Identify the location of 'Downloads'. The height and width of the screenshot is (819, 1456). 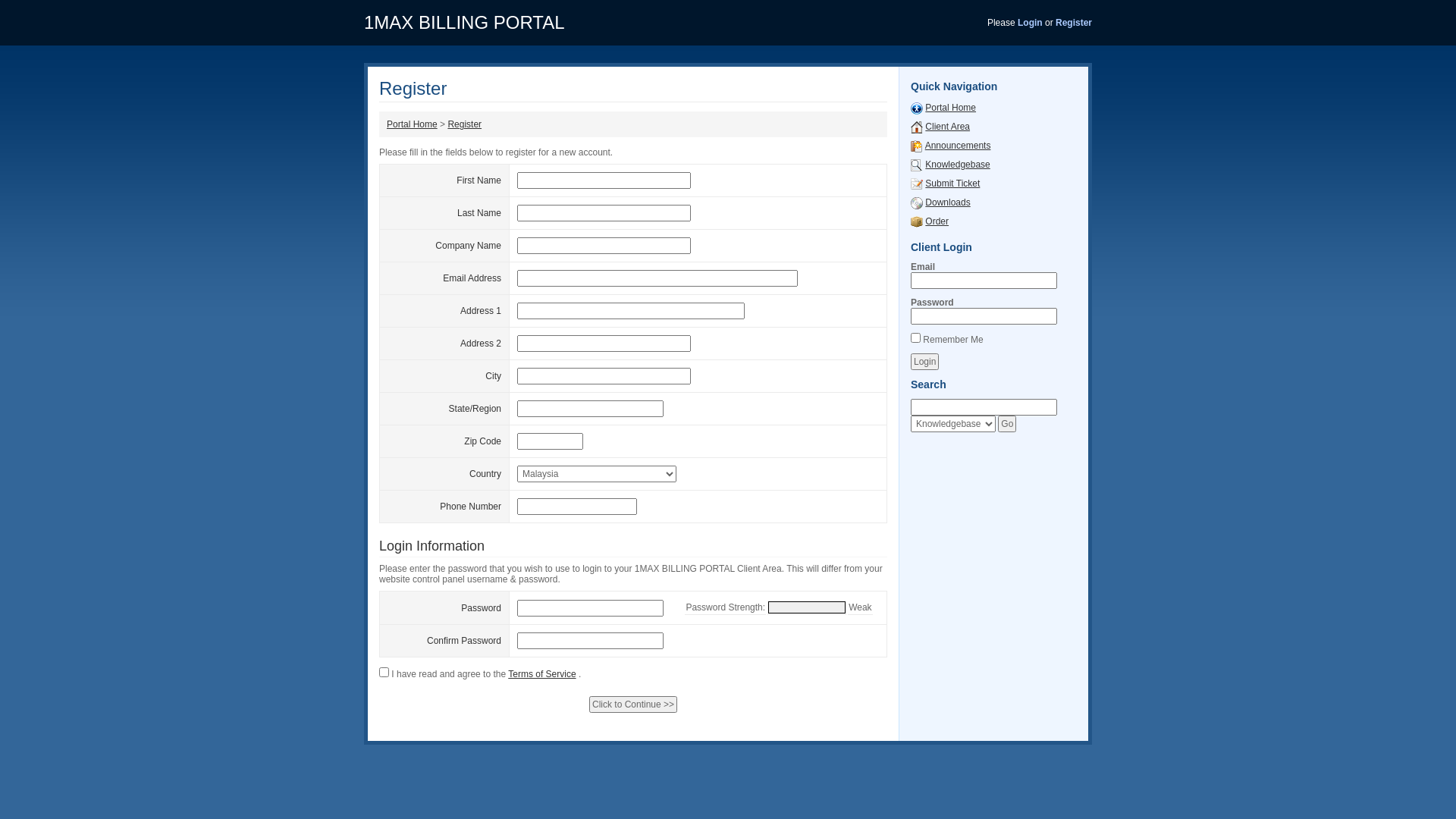
(924, 201).